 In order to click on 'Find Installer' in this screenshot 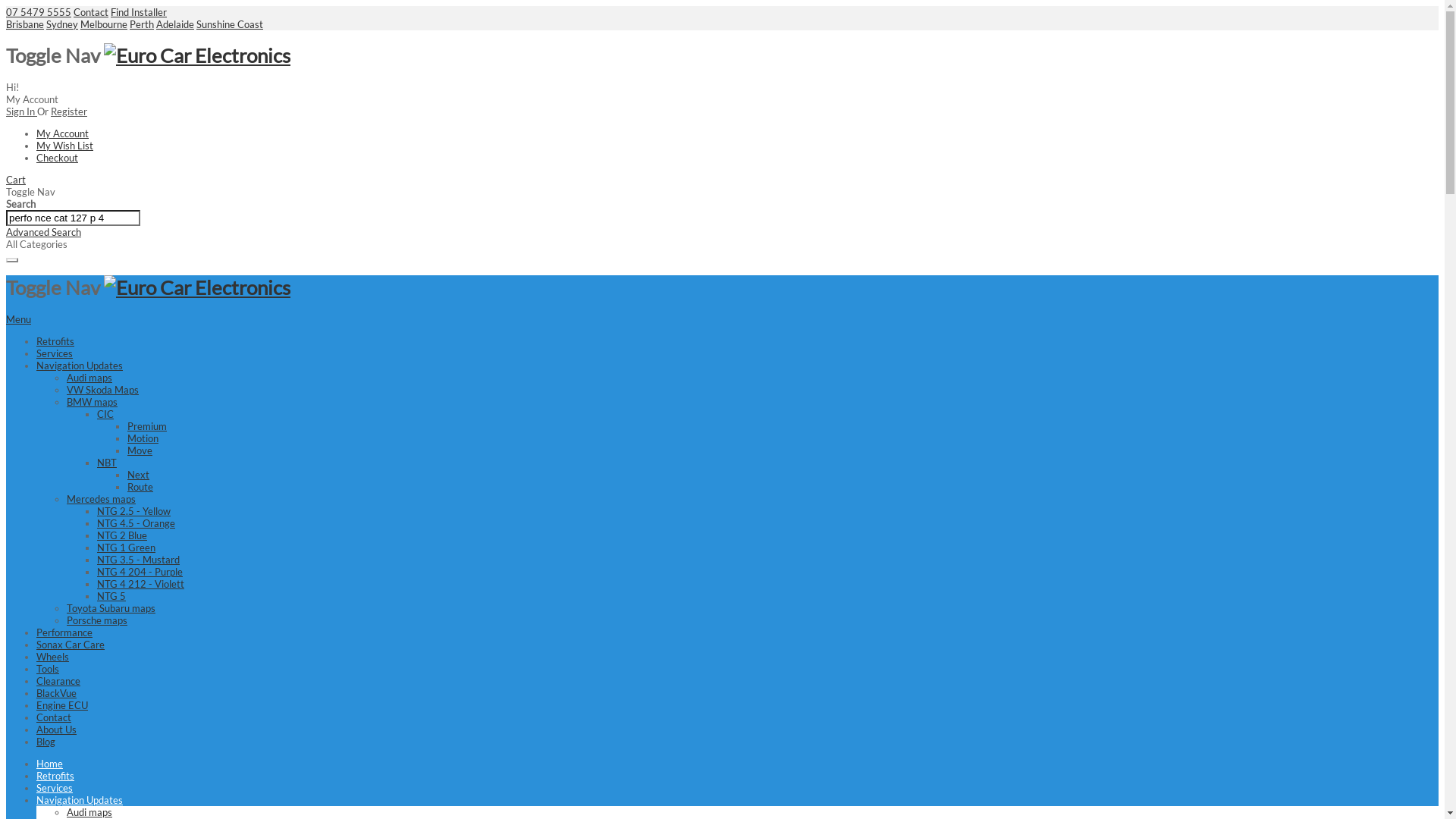, I will do `click(138, 11)`.